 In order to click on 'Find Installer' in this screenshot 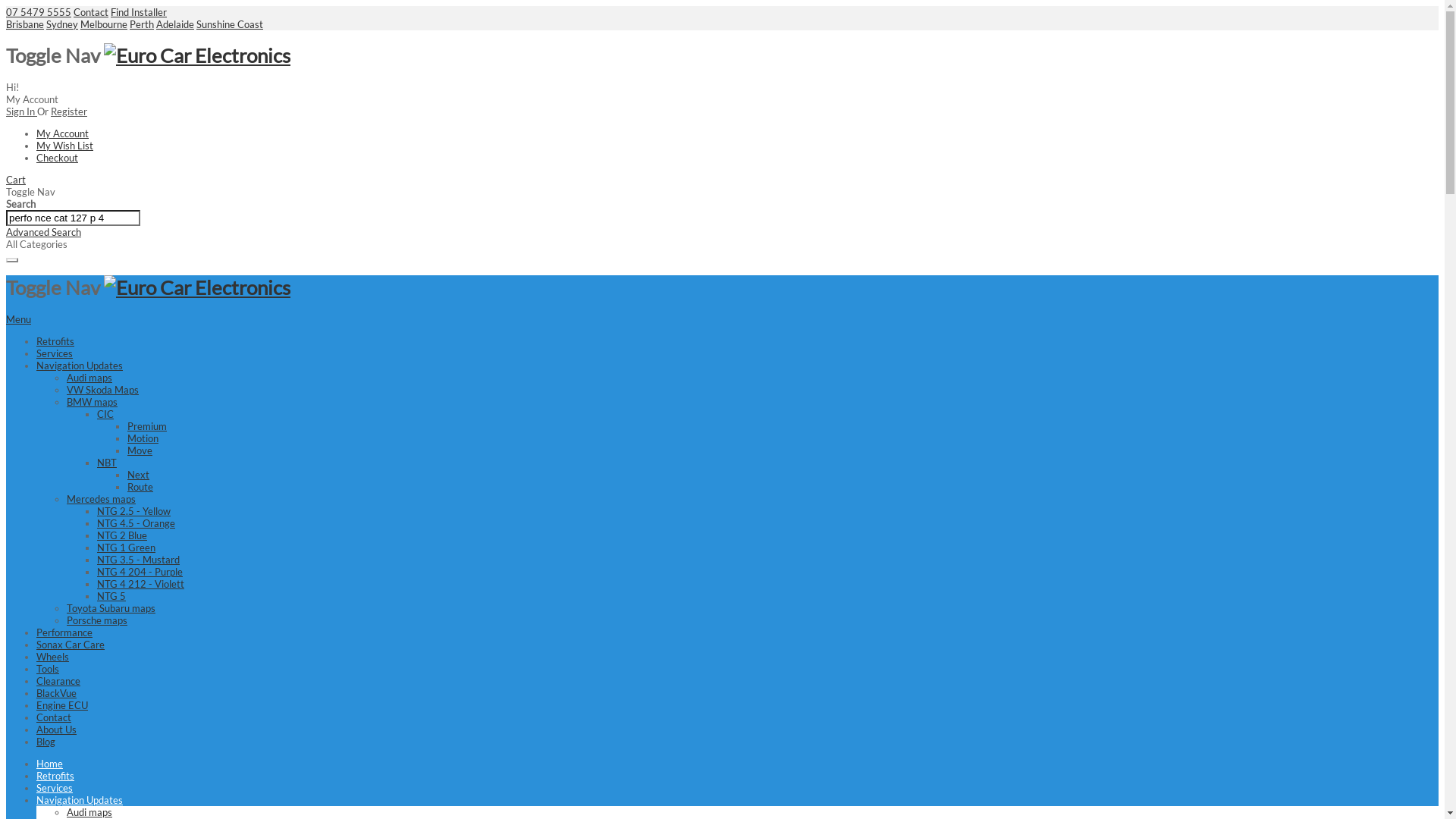, I will do `click(138, 11)`.